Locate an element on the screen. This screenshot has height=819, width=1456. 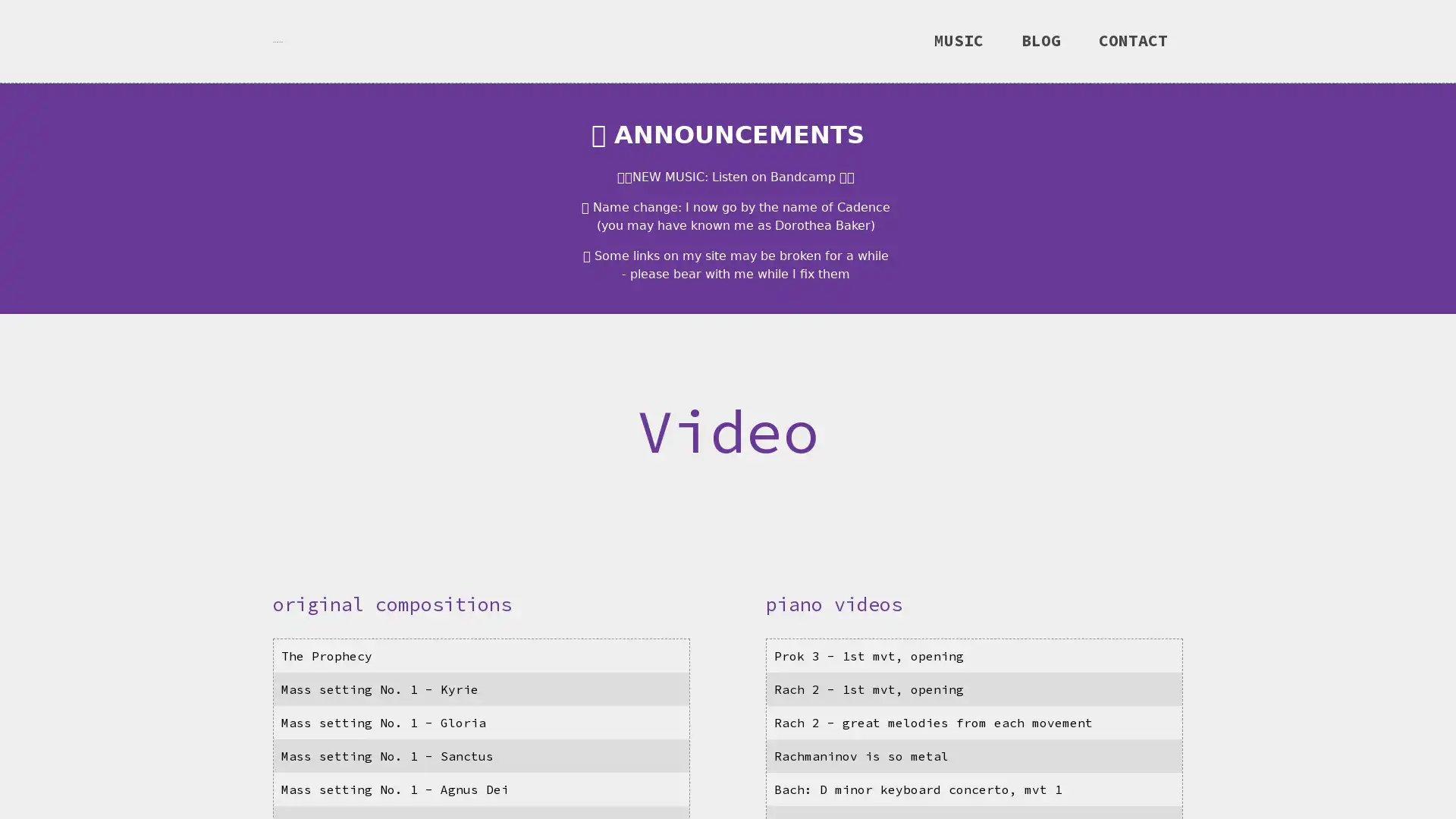
video: Rach 2 - great melodies from each movement is located at coordinates (974, 721).